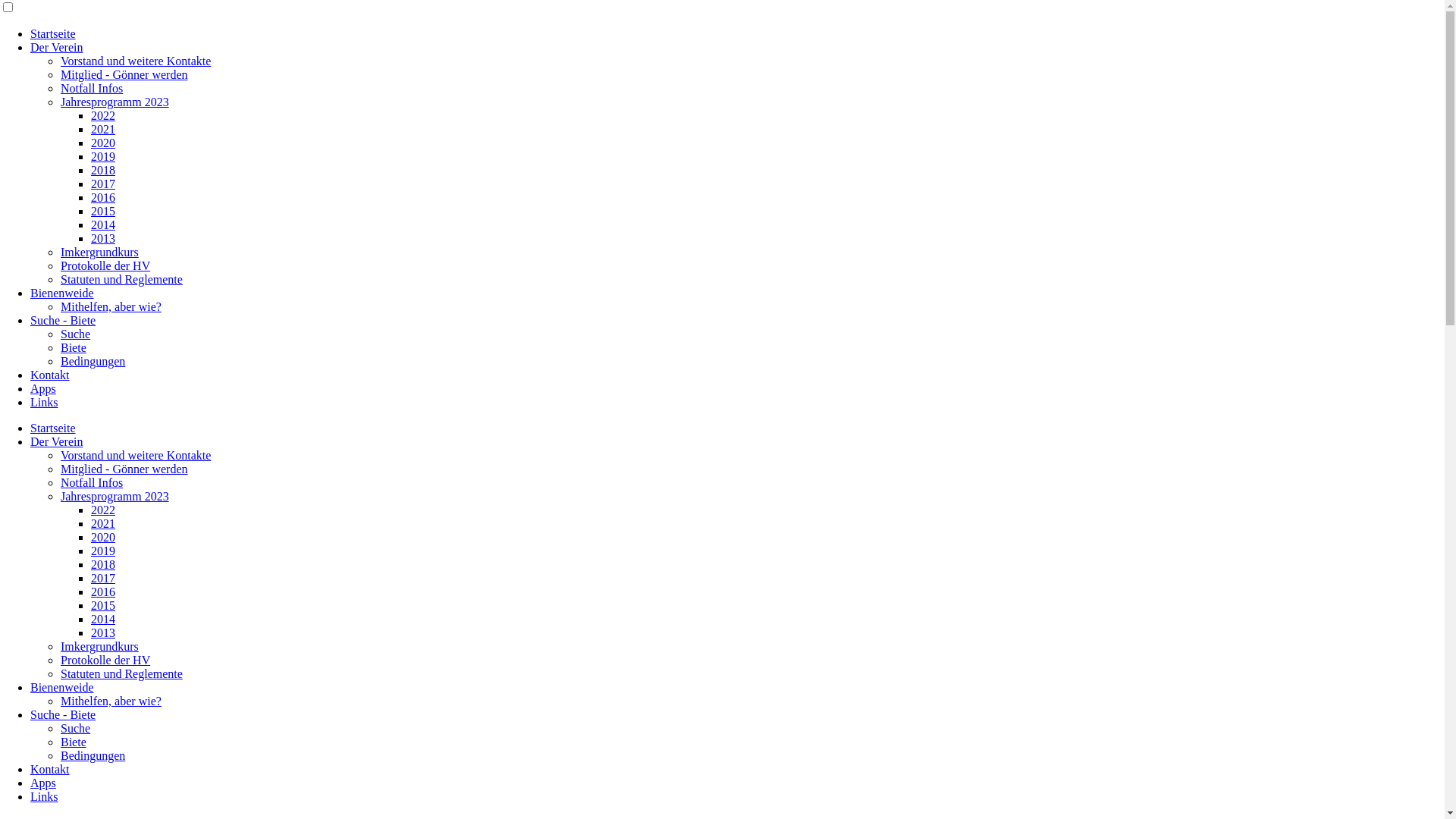  I want to click on 'Suche - Biete', so click(61, 714).